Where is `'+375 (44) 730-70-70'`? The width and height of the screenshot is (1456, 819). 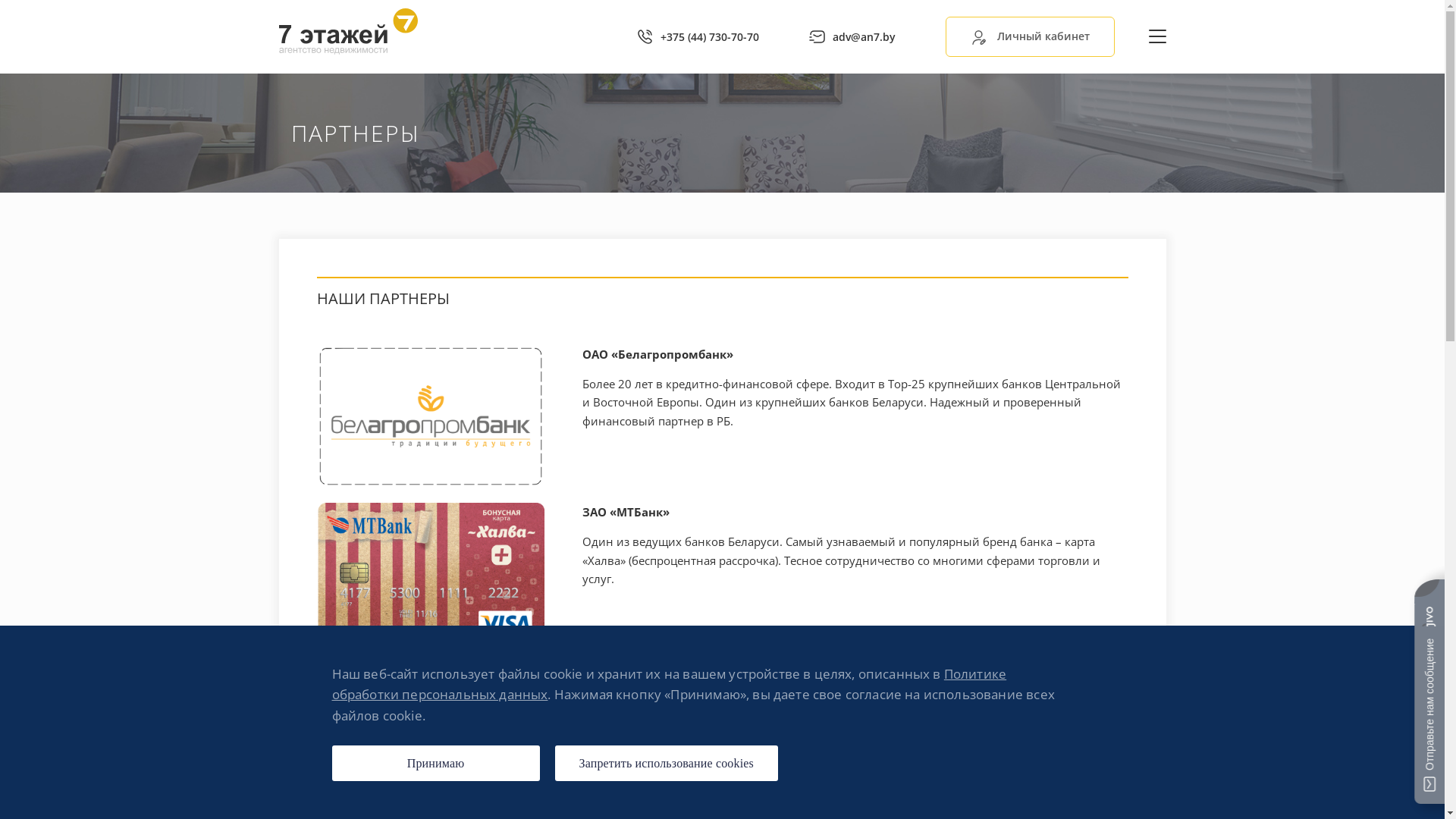
'+375 (44) 730-70-70' is located at coordinates (697, 36).